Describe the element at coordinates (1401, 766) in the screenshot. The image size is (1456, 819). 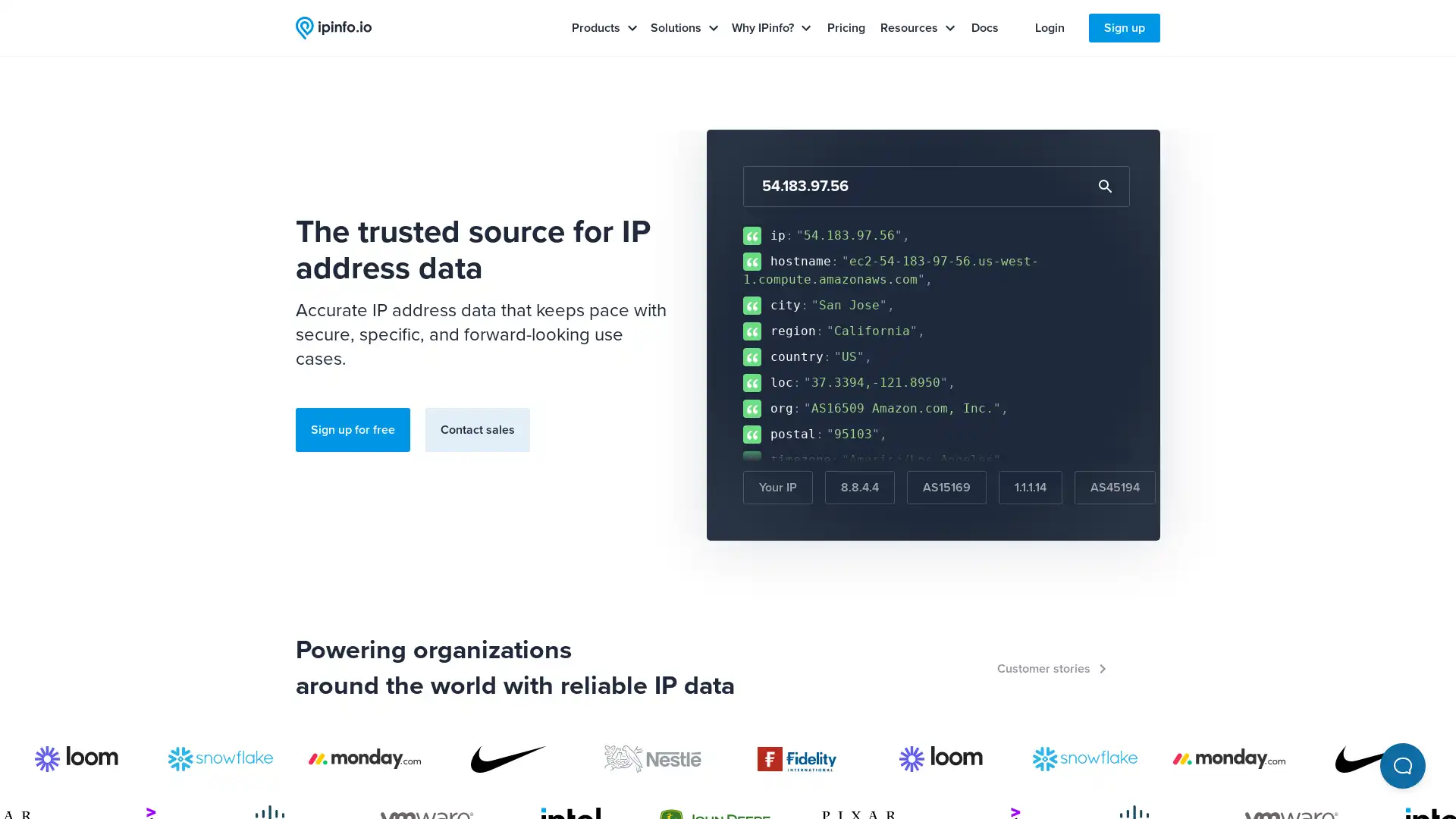
I see `Load Chat` at that location.